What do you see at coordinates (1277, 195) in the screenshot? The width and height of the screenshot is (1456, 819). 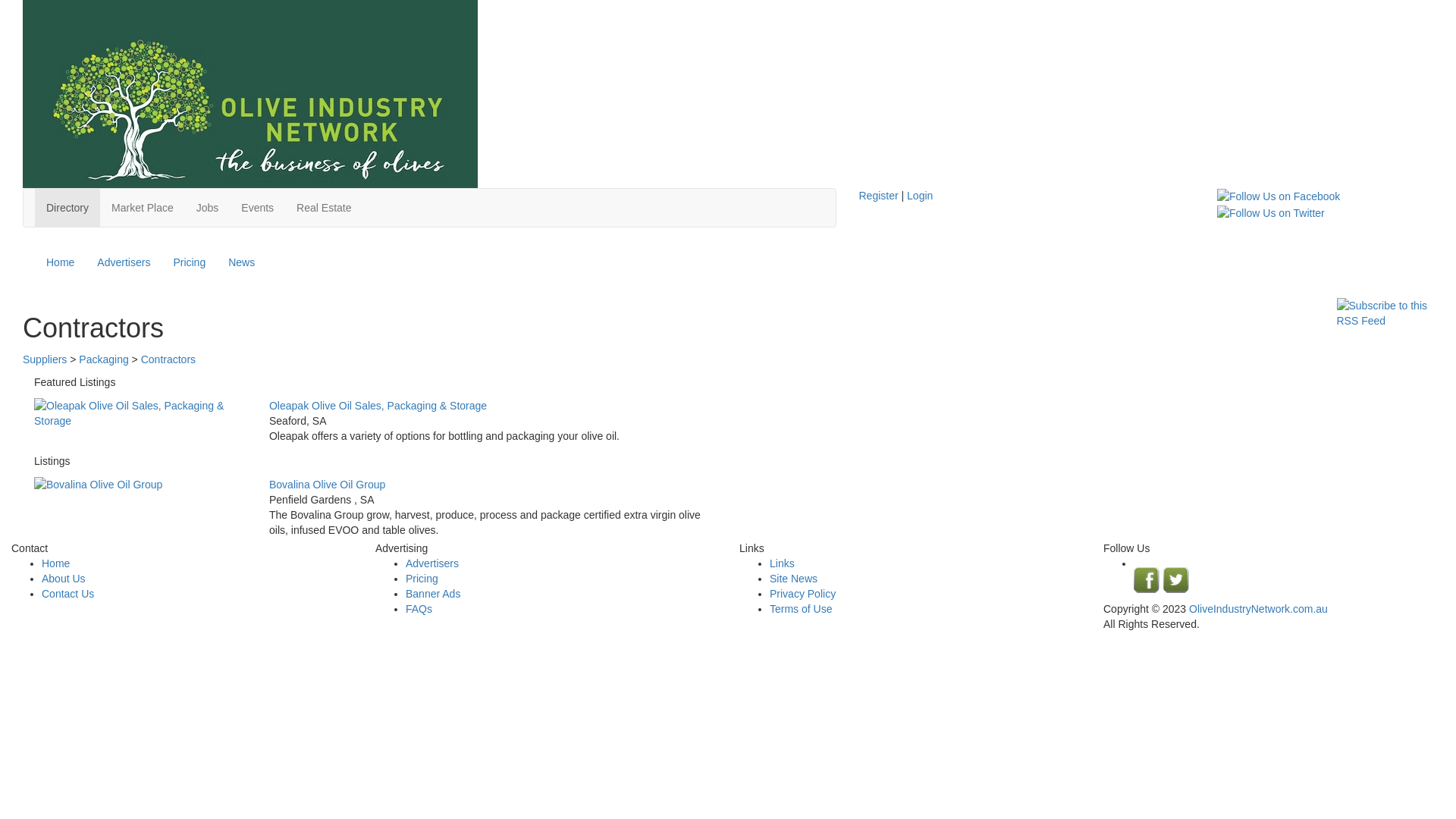 I see `'Follow Us on Facebook'` at bounding box center [1277, 195].